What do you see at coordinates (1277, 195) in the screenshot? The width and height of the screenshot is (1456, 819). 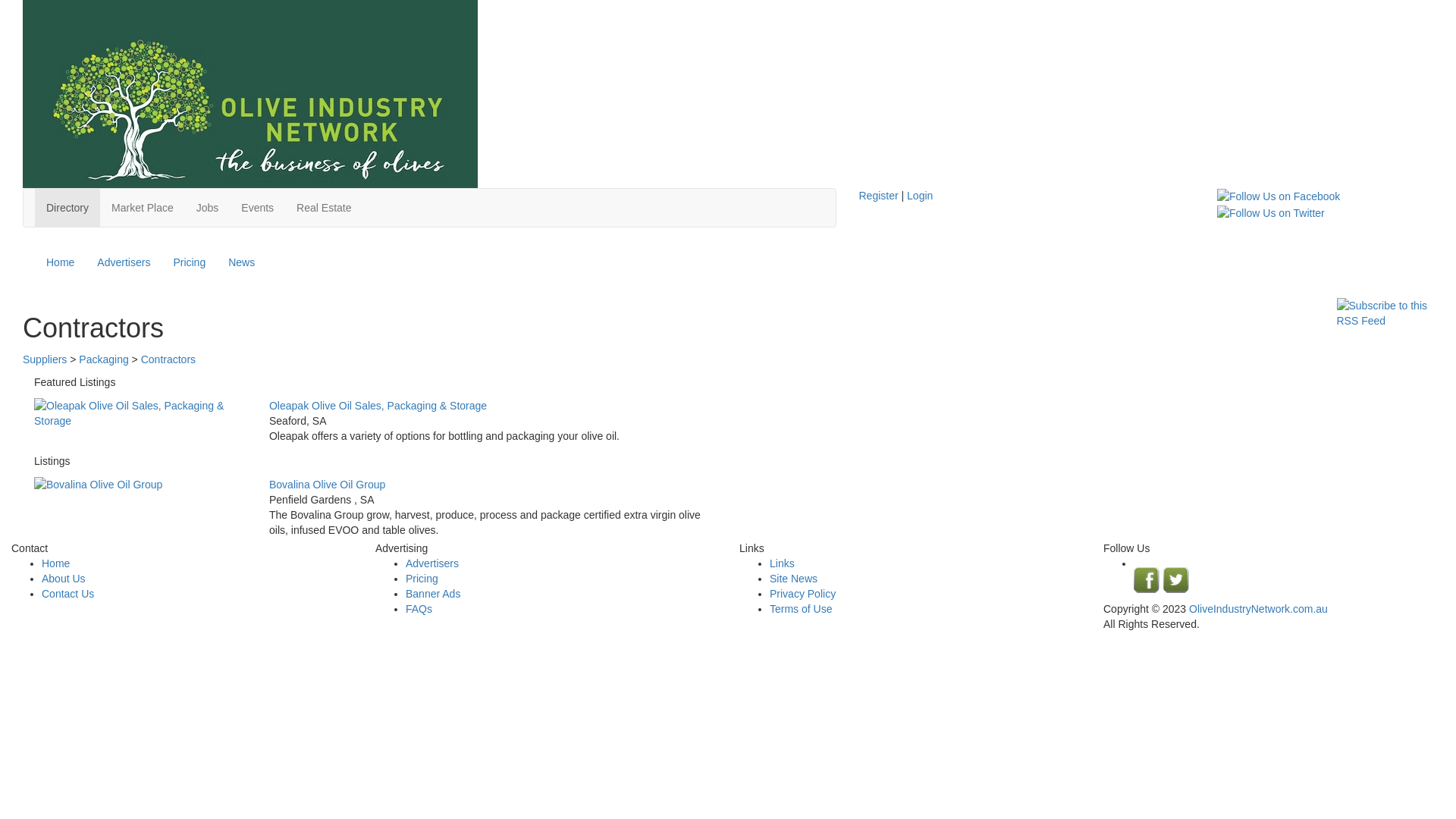 I see `'Follow Us on Facebook'` at bounding box center [1277, 195].